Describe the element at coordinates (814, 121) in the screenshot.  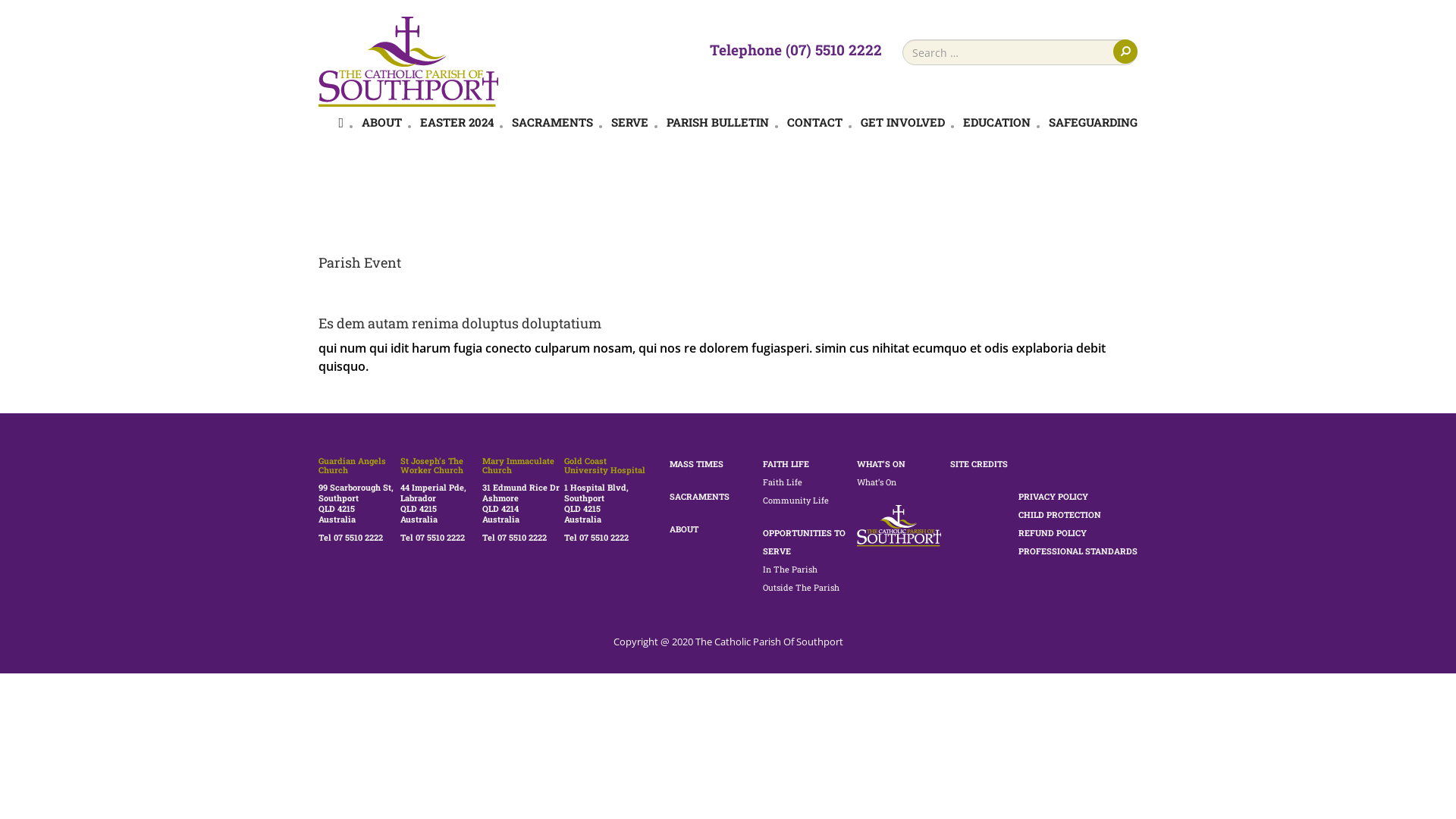
I see `'CONTACT'` at that location.